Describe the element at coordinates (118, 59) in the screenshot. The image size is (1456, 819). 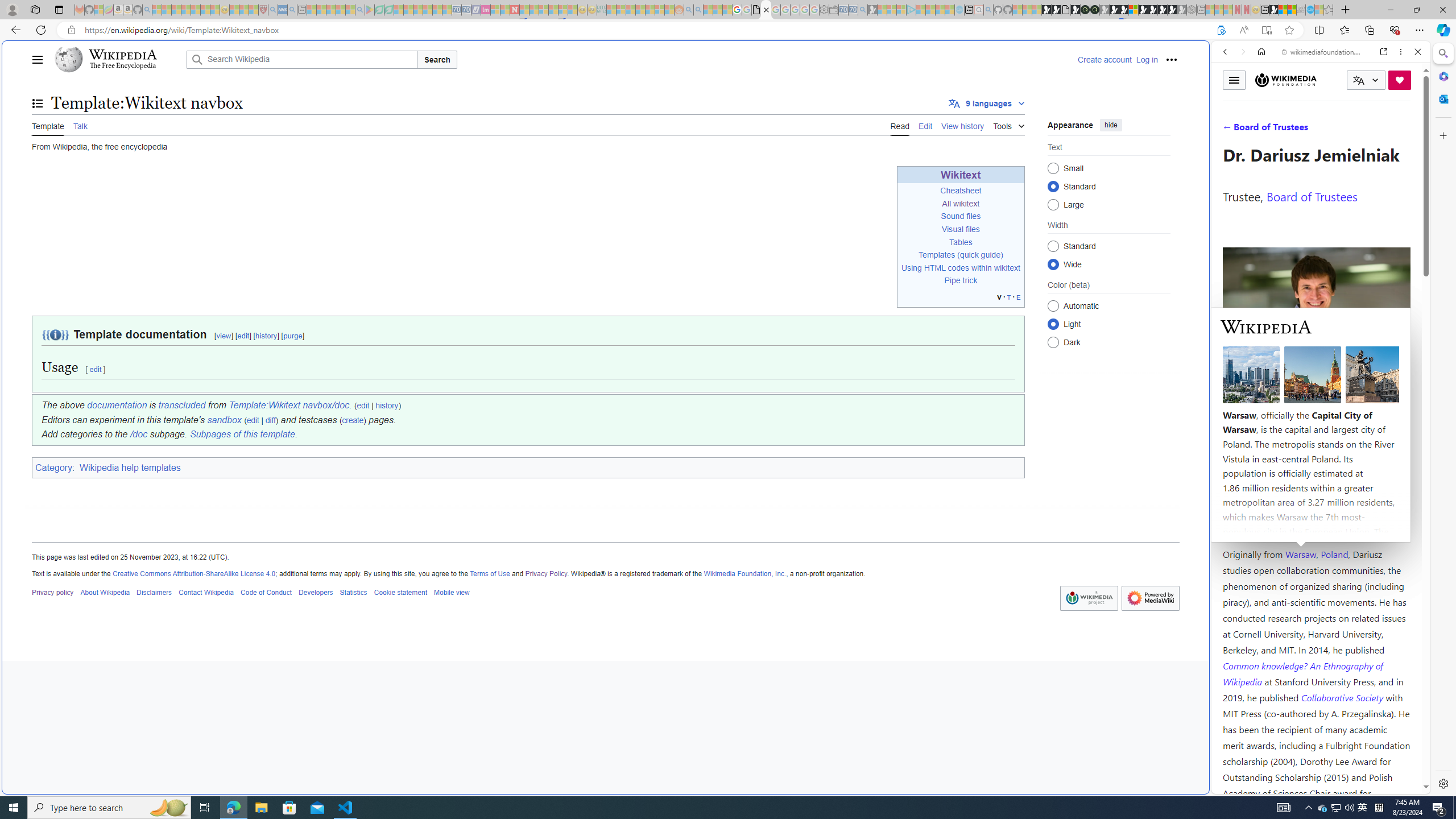
I see `'Wikipedia The Free Encyclopedia'` at that location.